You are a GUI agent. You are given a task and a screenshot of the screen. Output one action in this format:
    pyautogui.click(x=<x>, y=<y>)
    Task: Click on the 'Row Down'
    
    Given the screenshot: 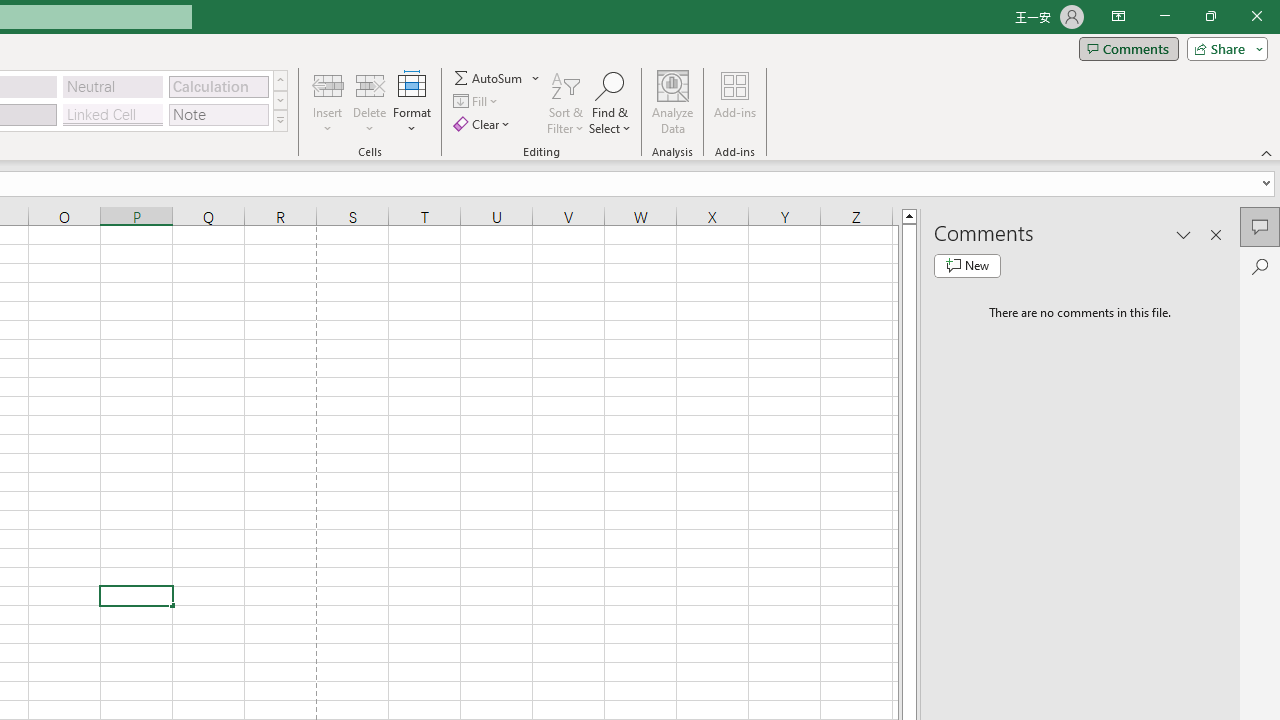 What is the action you would take?
    pyautogui.click(x=279, y=100)
    